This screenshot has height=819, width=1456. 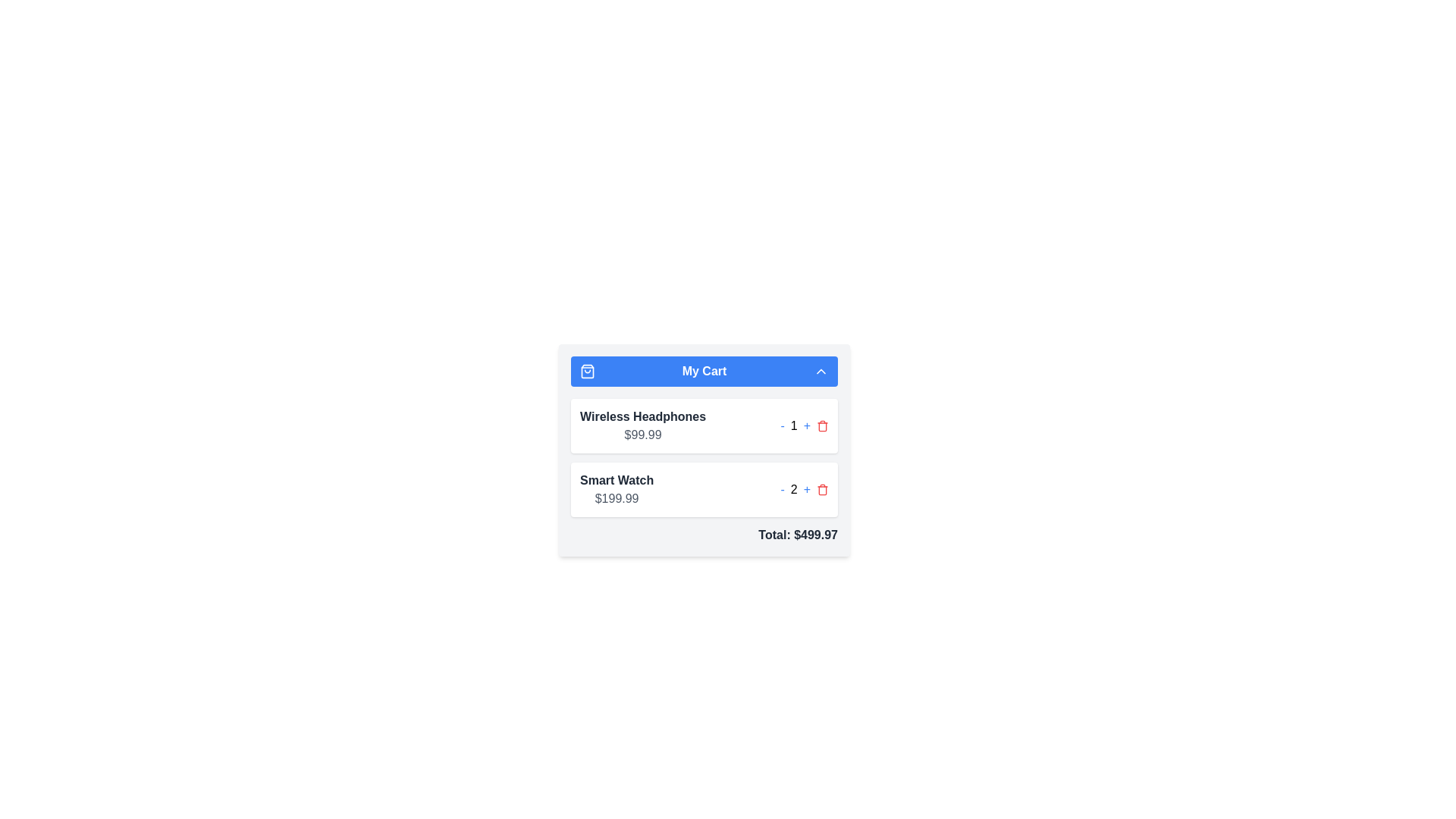 I want to click on the text label displaying the quantity of 'Smart Watch', so click(x=793, y=489).